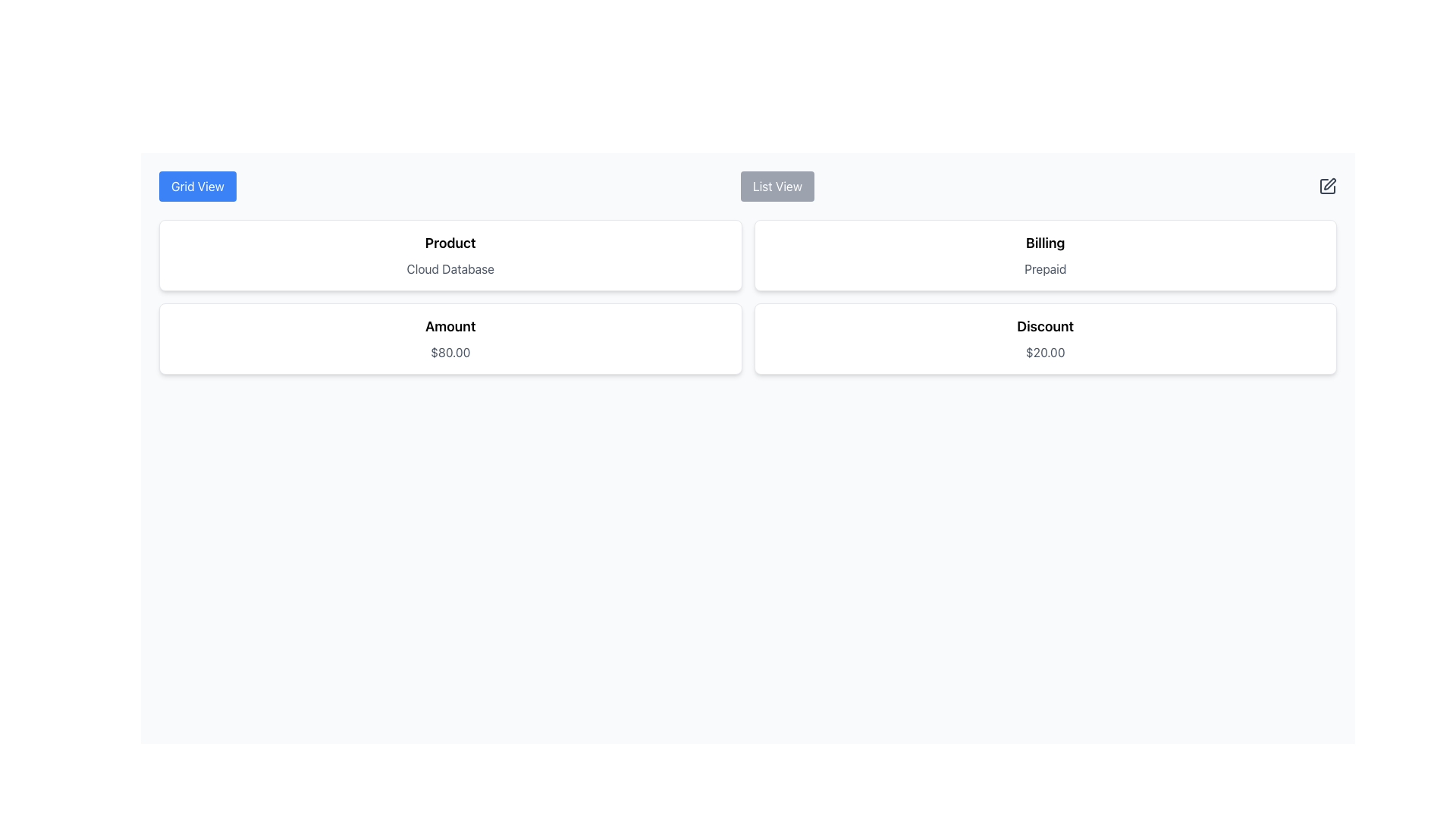 The width and height of the screenshot is (1456, 819). What do you see at coordinates (1044, 254) in the screenshot?
I see `the Content Display Box that displays details related to the 'Billing' category and highlights the 'Prepaid' type` at bounding box center [1044, 254].